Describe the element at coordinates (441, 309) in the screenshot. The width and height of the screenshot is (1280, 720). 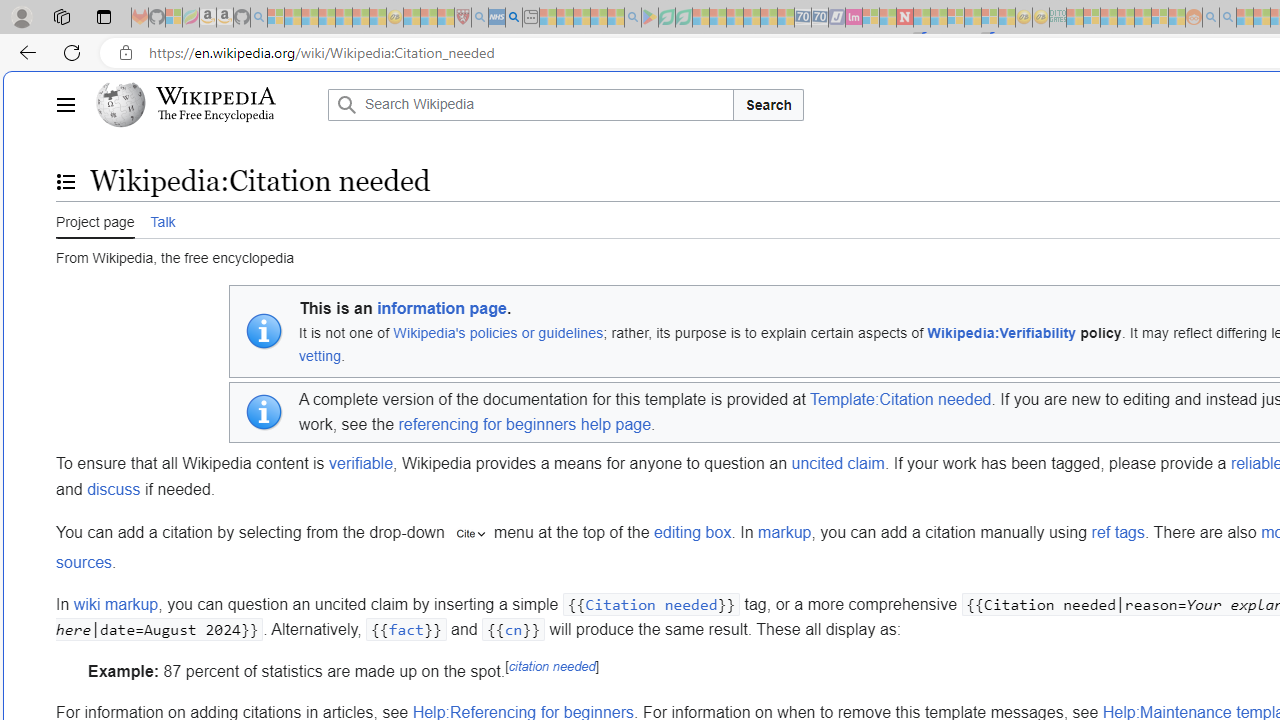
I see `'information page'` at that location.